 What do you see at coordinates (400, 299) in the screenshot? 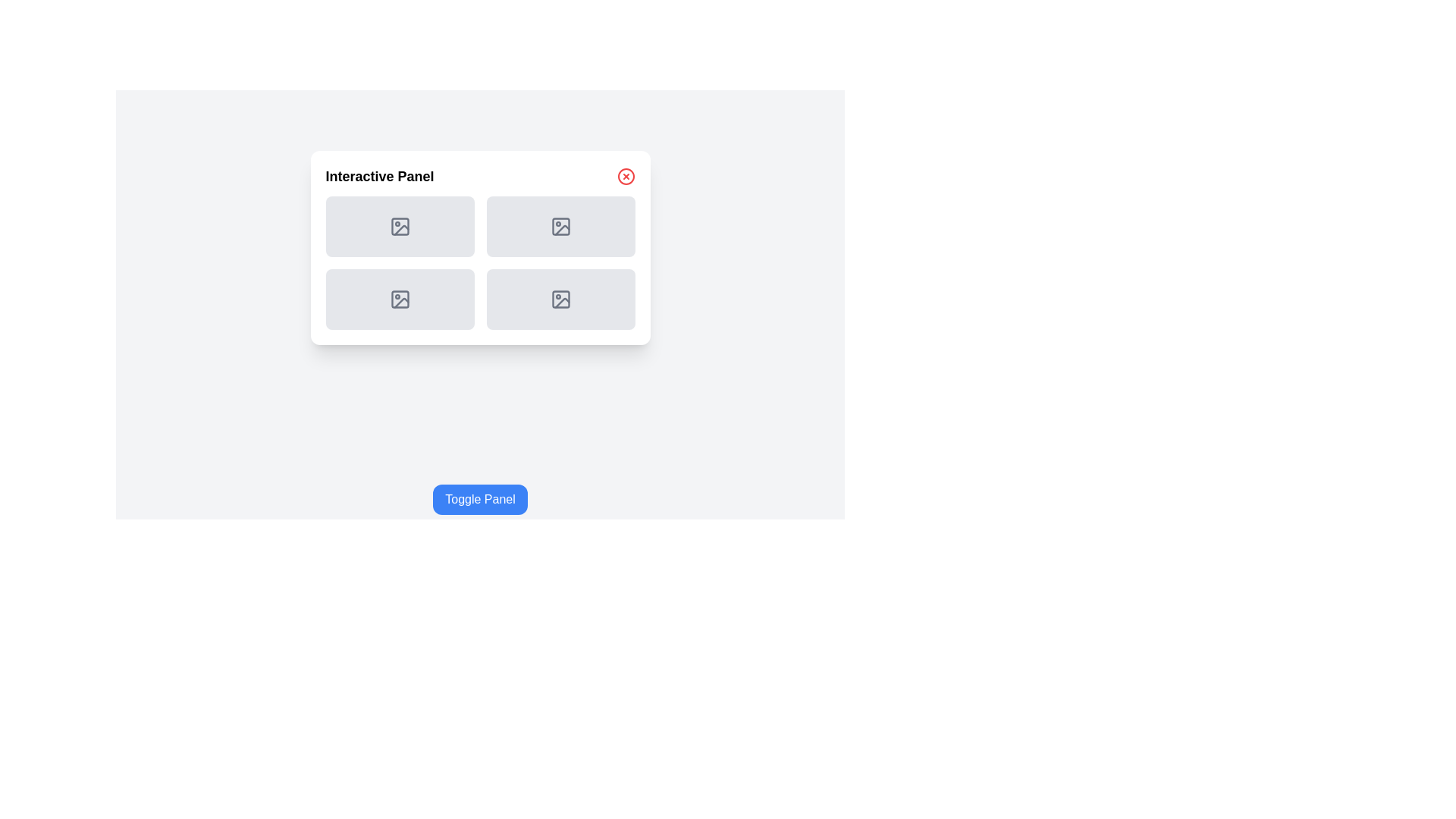
I see `the image upload icon` at bounding box center [400, 299].